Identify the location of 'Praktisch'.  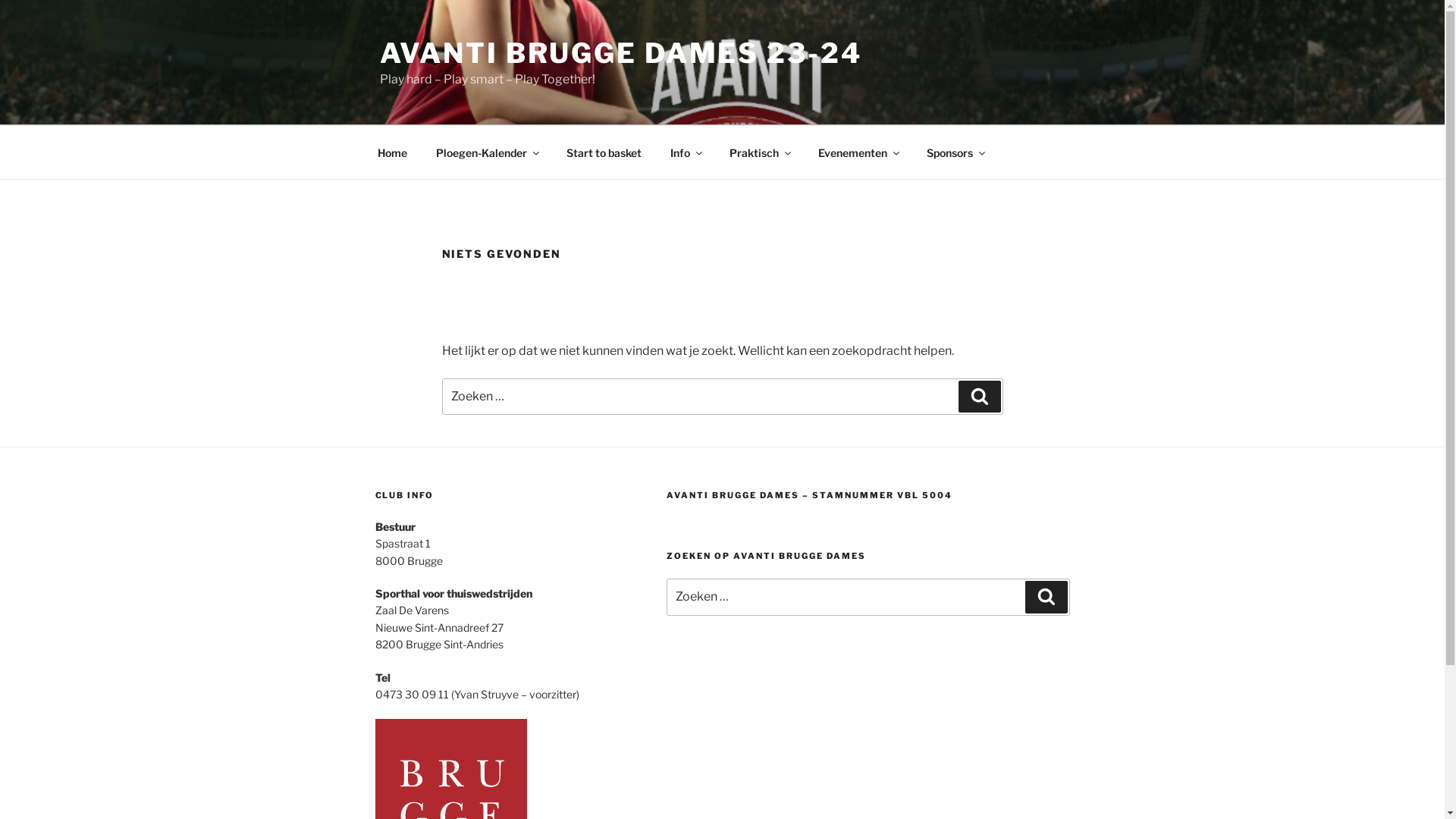
(759, 152).